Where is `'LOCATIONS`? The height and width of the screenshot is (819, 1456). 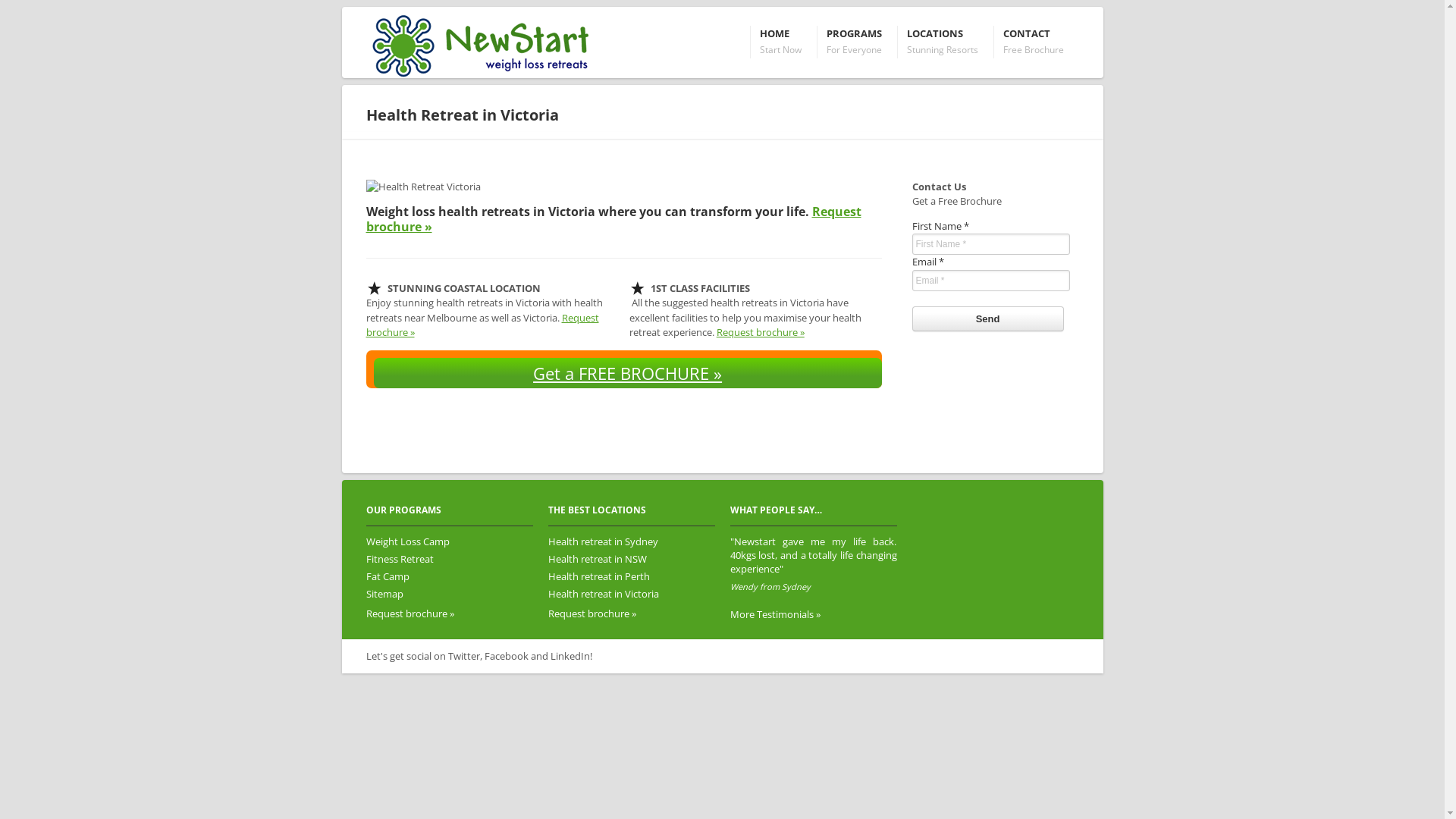 'LOCATIONS is located at coordinates (941, 41).